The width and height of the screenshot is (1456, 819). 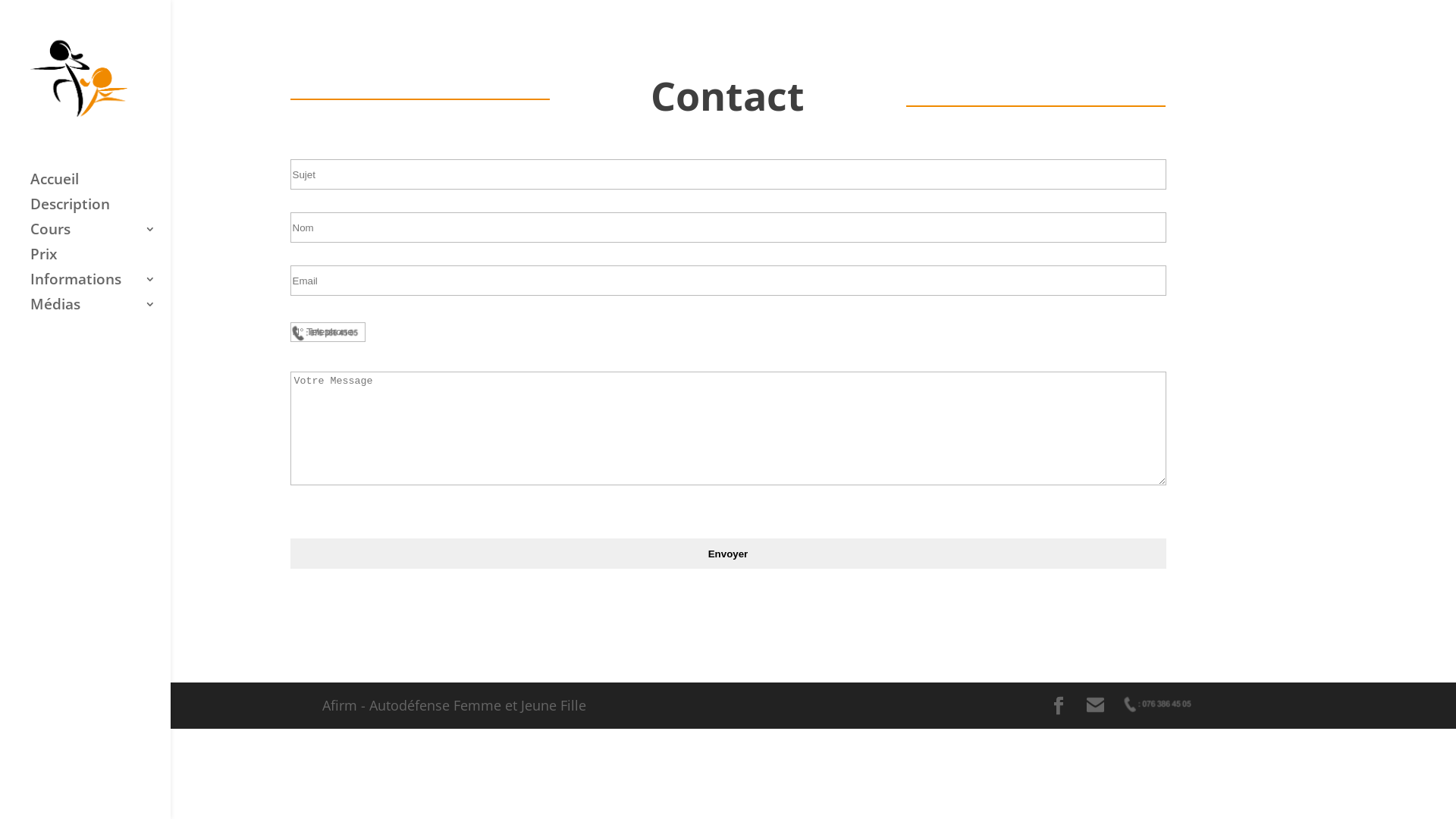 What do you see at coordinates (99, 185) in the screenshot?
I see `'Accueil'` at bounding box center [99, 185].